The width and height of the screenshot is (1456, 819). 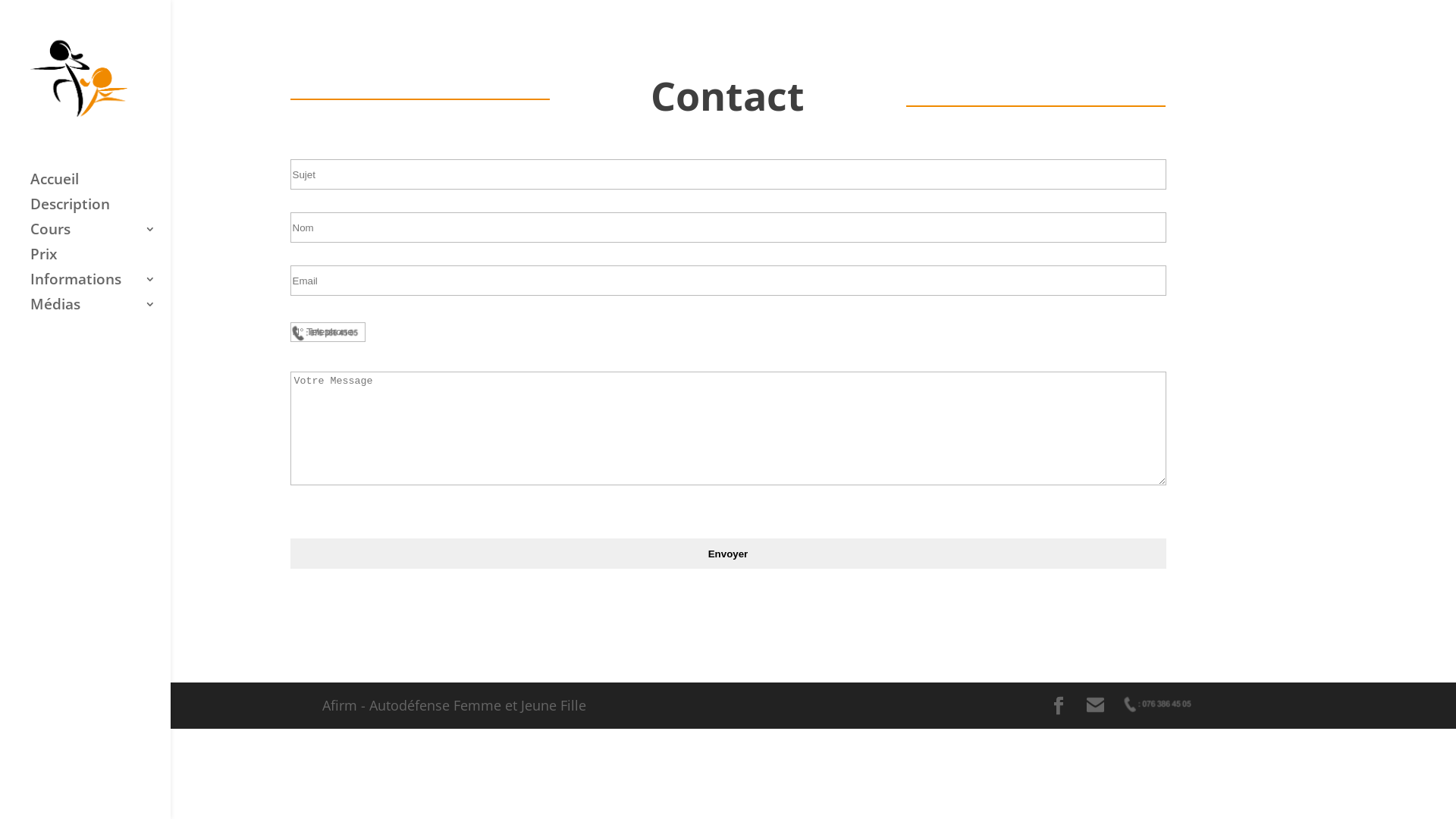 What do you see at coordinates (99, 185) in the screenshot?
I see `'Accueil'` at bounding box center [99, 185].